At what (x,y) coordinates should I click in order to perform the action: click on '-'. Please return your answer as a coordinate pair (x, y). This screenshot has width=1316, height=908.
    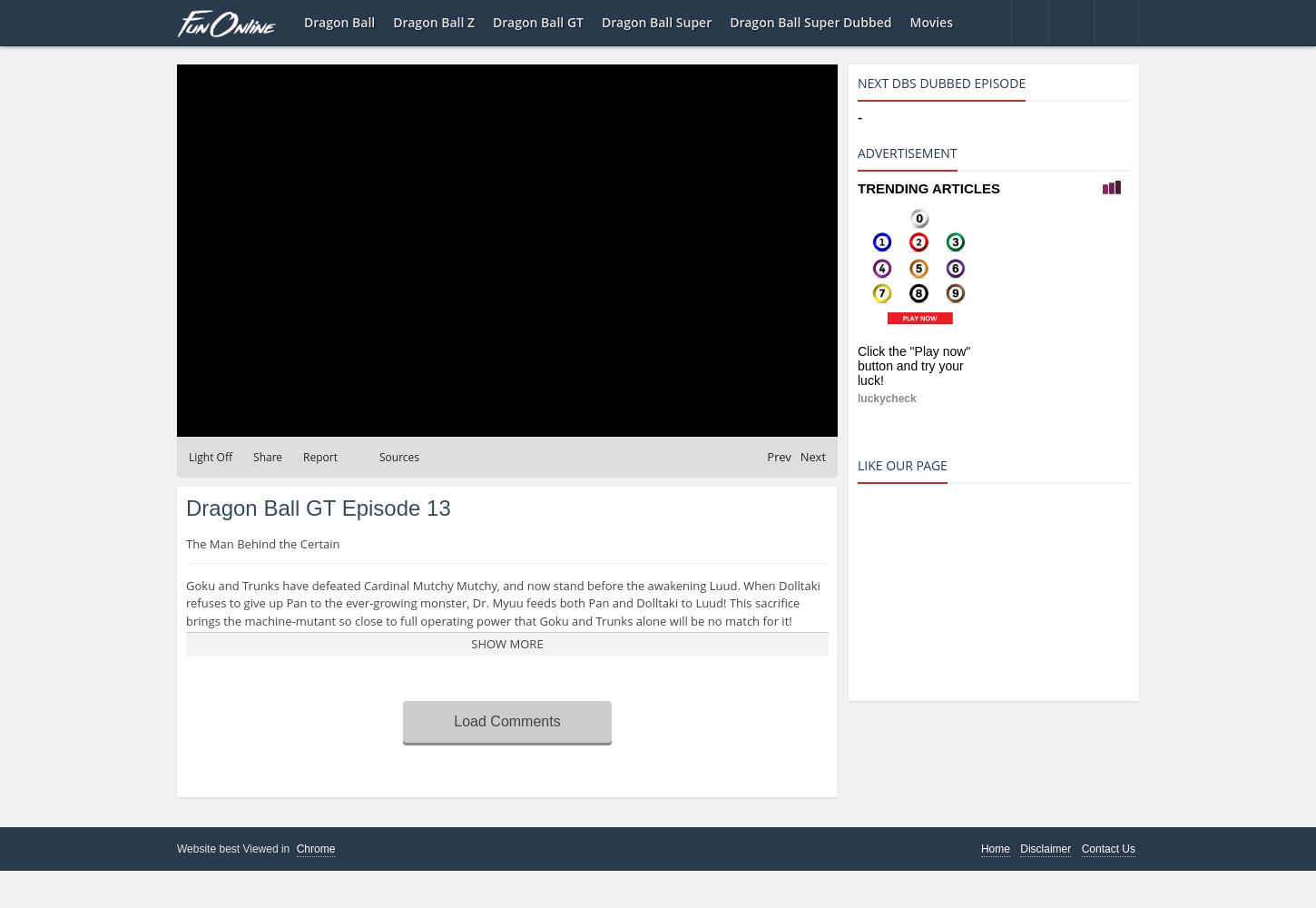
    Looking at the image, I should click on (859, 117).